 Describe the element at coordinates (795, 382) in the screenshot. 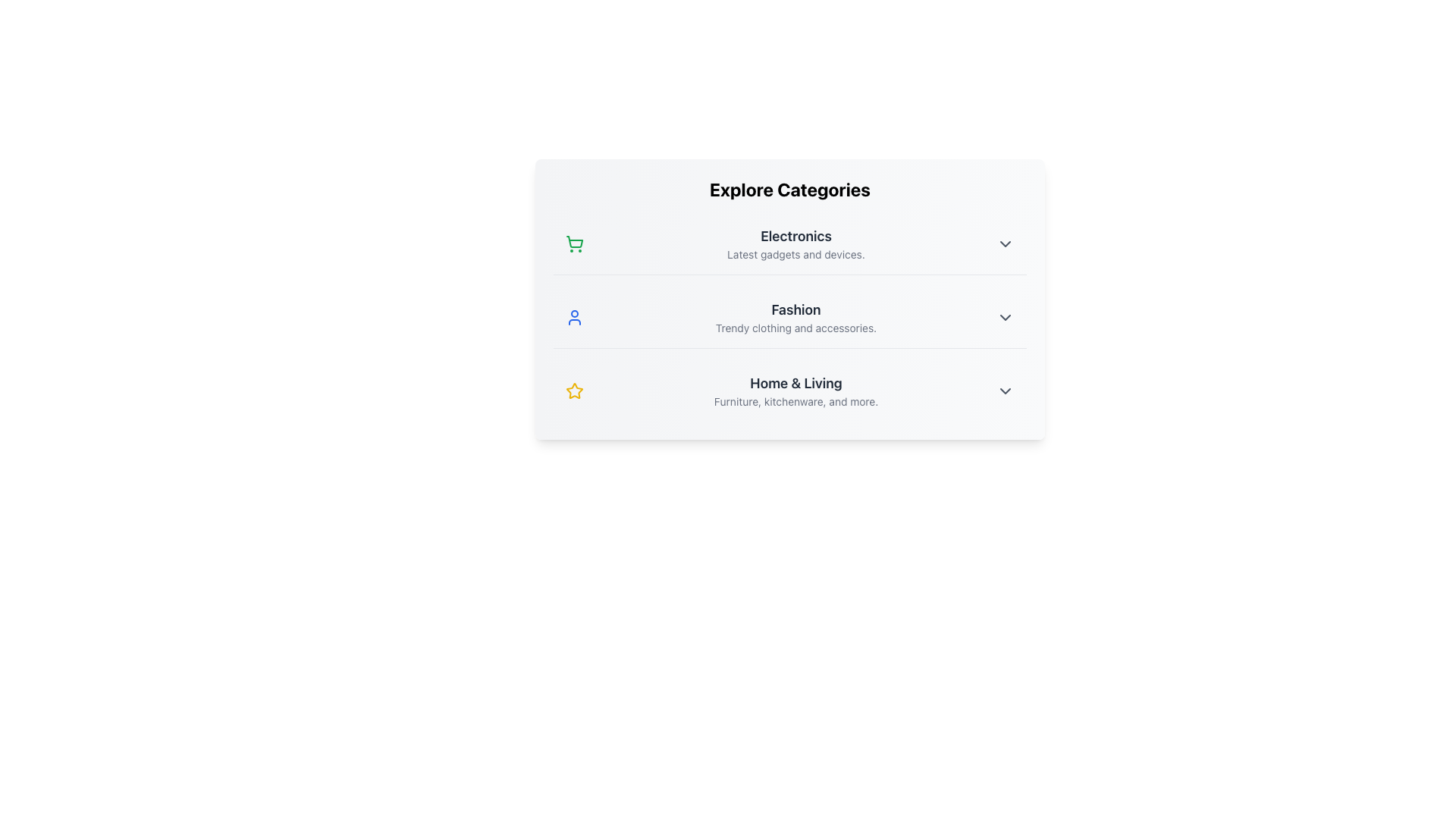

I see `the 'Home & Living' text label, which is prominently displayed in bold and dark gray, located in the central portion of the interface within the third category section under 'Explore Categories'` at that location.